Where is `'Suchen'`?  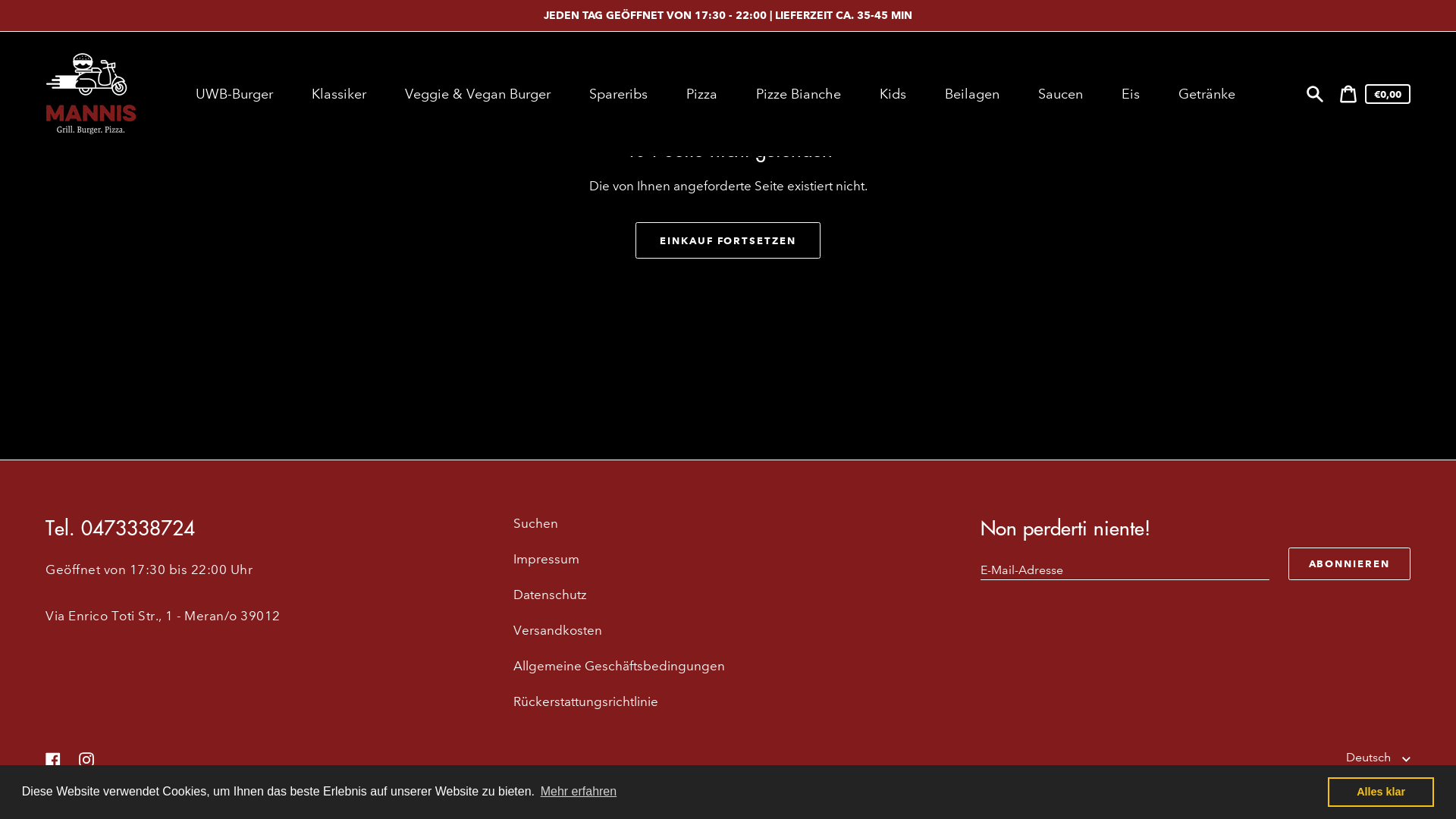
'Suchen' is located at coordinates (535, 522).